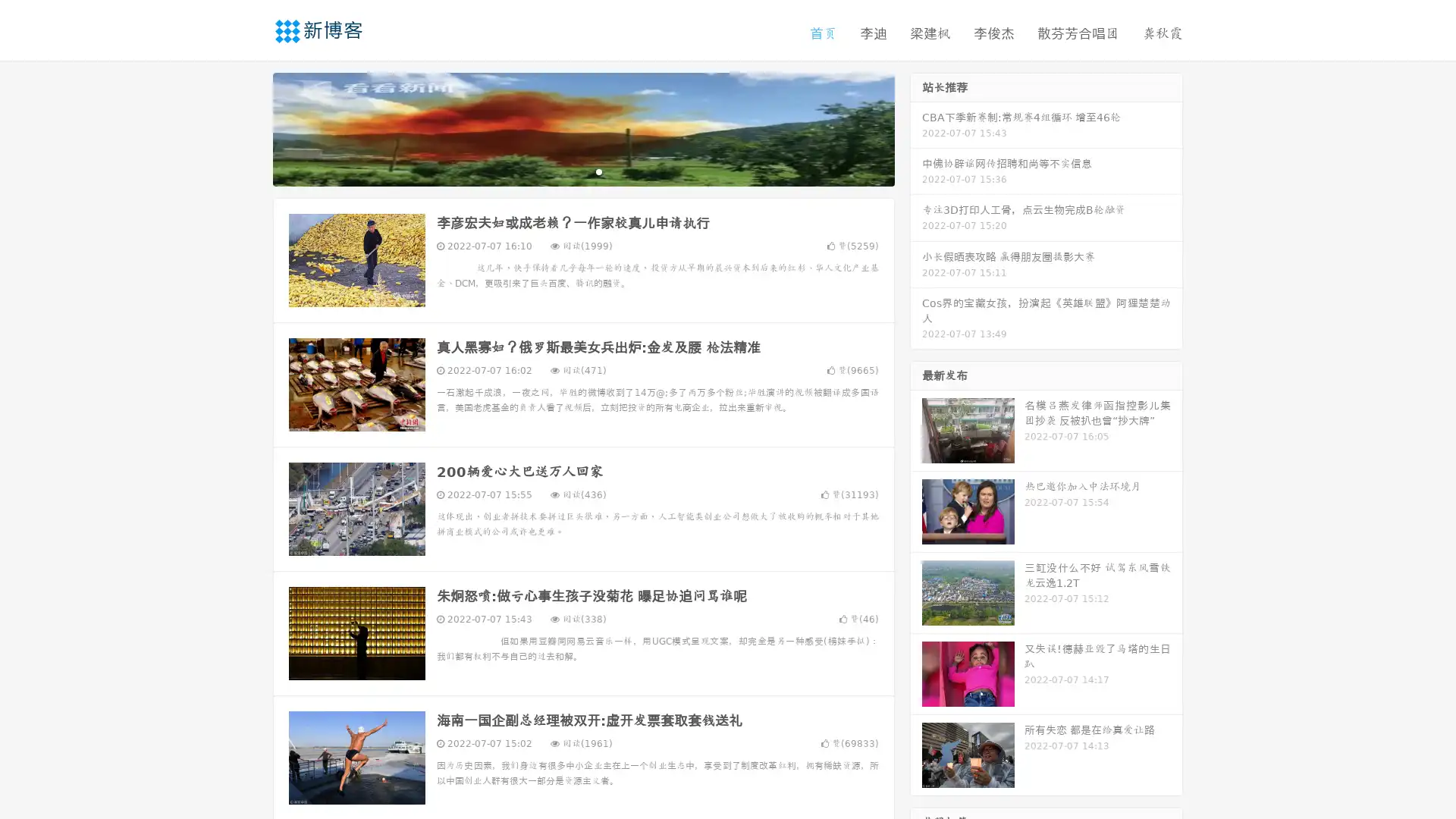 This screenshot has height=819, width=1456. What do you see at coordinates (567, 171) in the screenshot?
I see `Go to slide 1` at bounding box center [567, 171].